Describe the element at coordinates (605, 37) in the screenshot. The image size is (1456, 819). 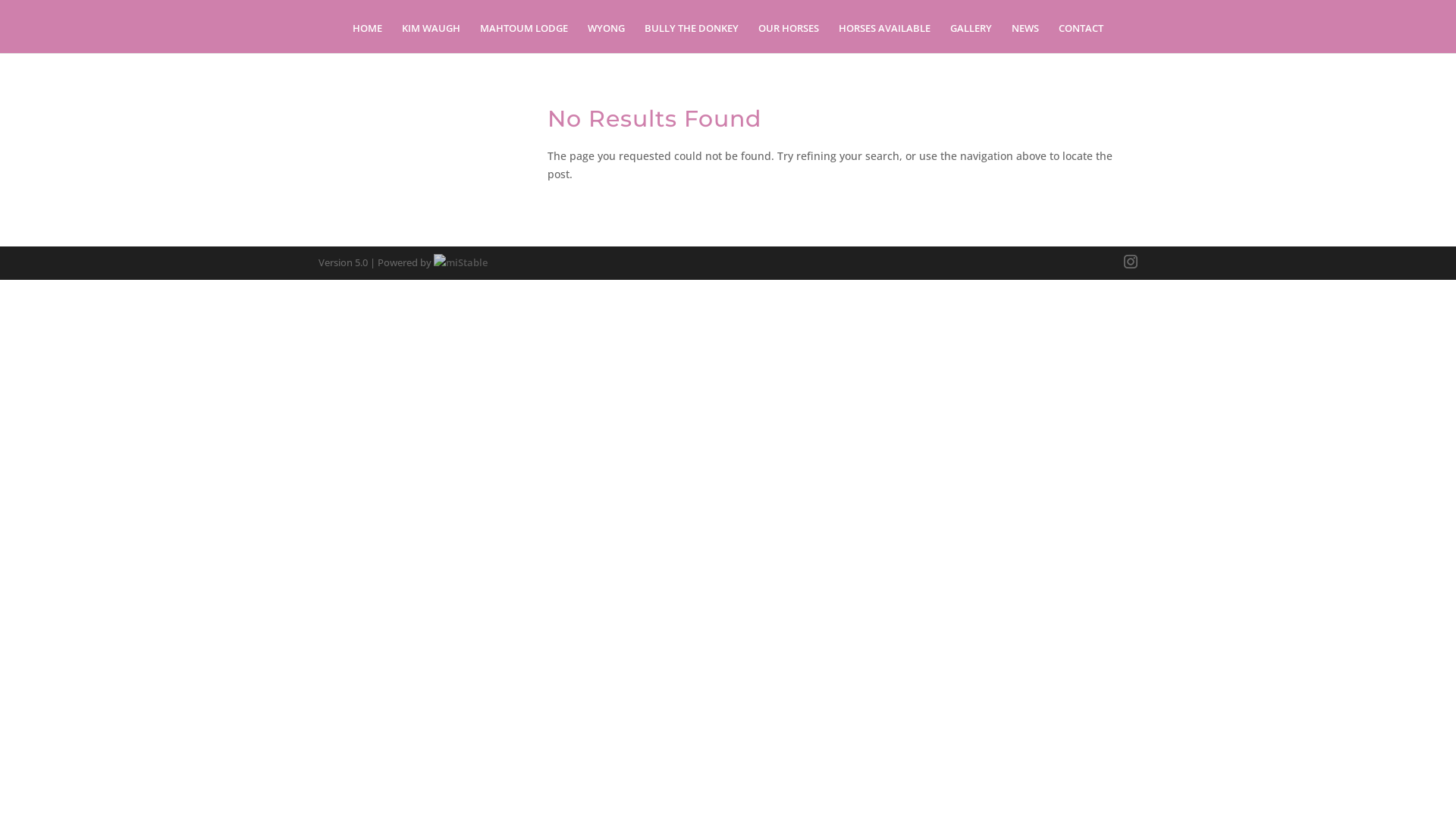
I see `'WYONG'` at that location.